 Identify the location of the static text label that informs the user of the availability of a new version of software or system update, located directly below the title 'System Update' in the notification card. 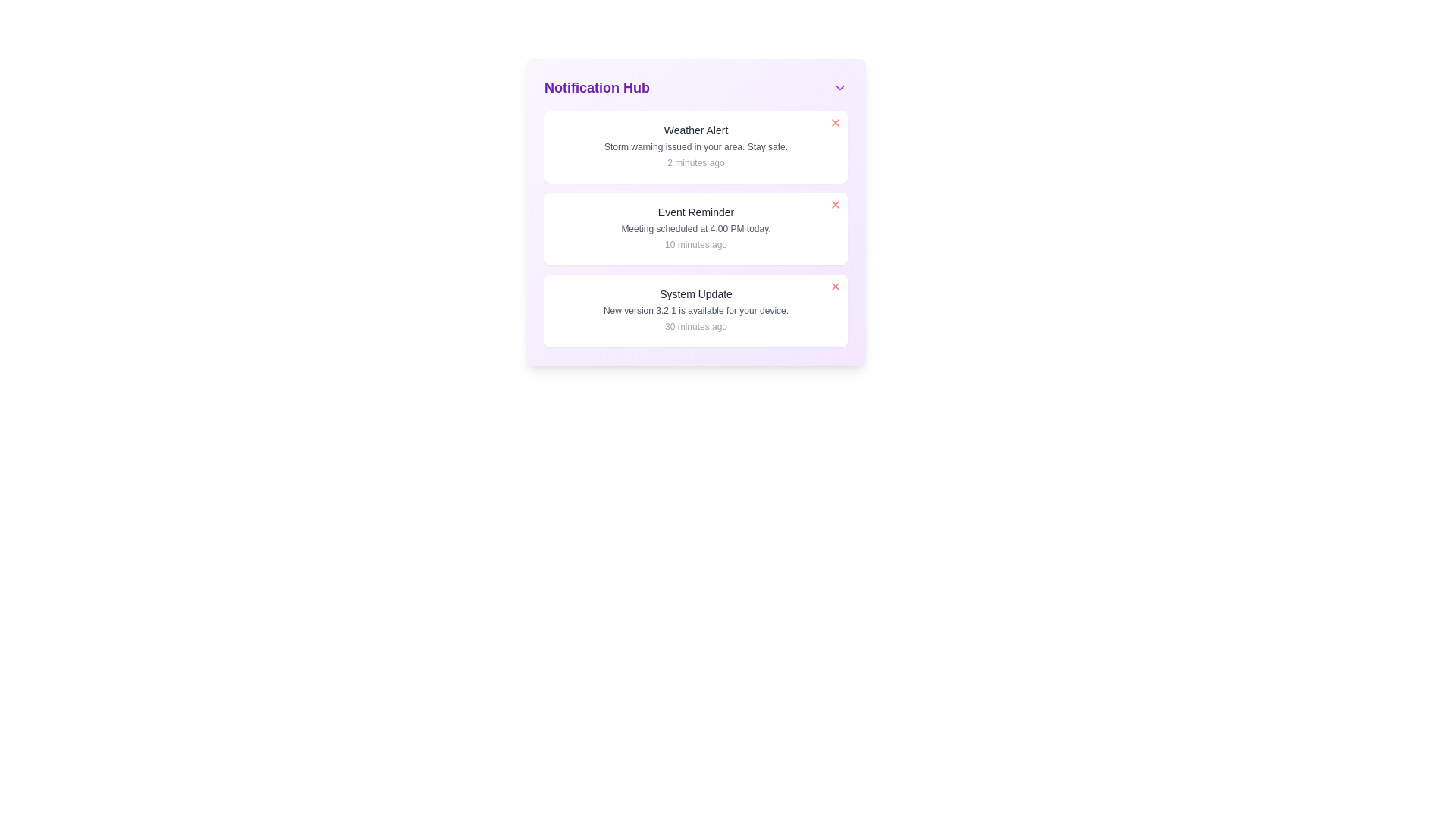
(695, 309).